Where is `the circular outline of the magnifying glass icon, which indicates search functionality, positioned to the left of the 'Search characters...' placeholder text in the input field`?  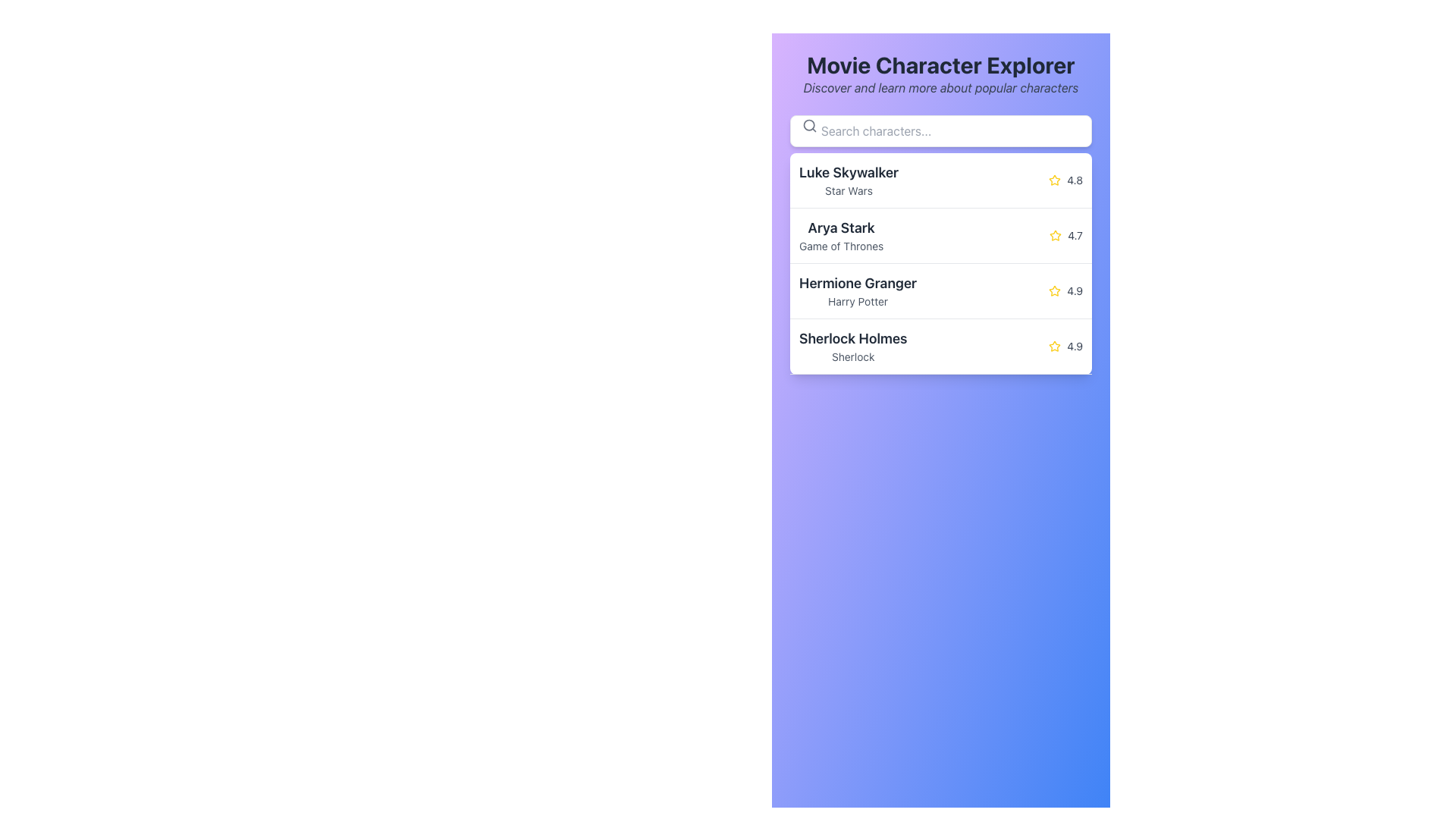
the circular outline of the magnifying glass icon, which indicates search functionality, positioned to the left of the 'Search characters...' placeholder text in the input field is located at coordinates (808, 124).